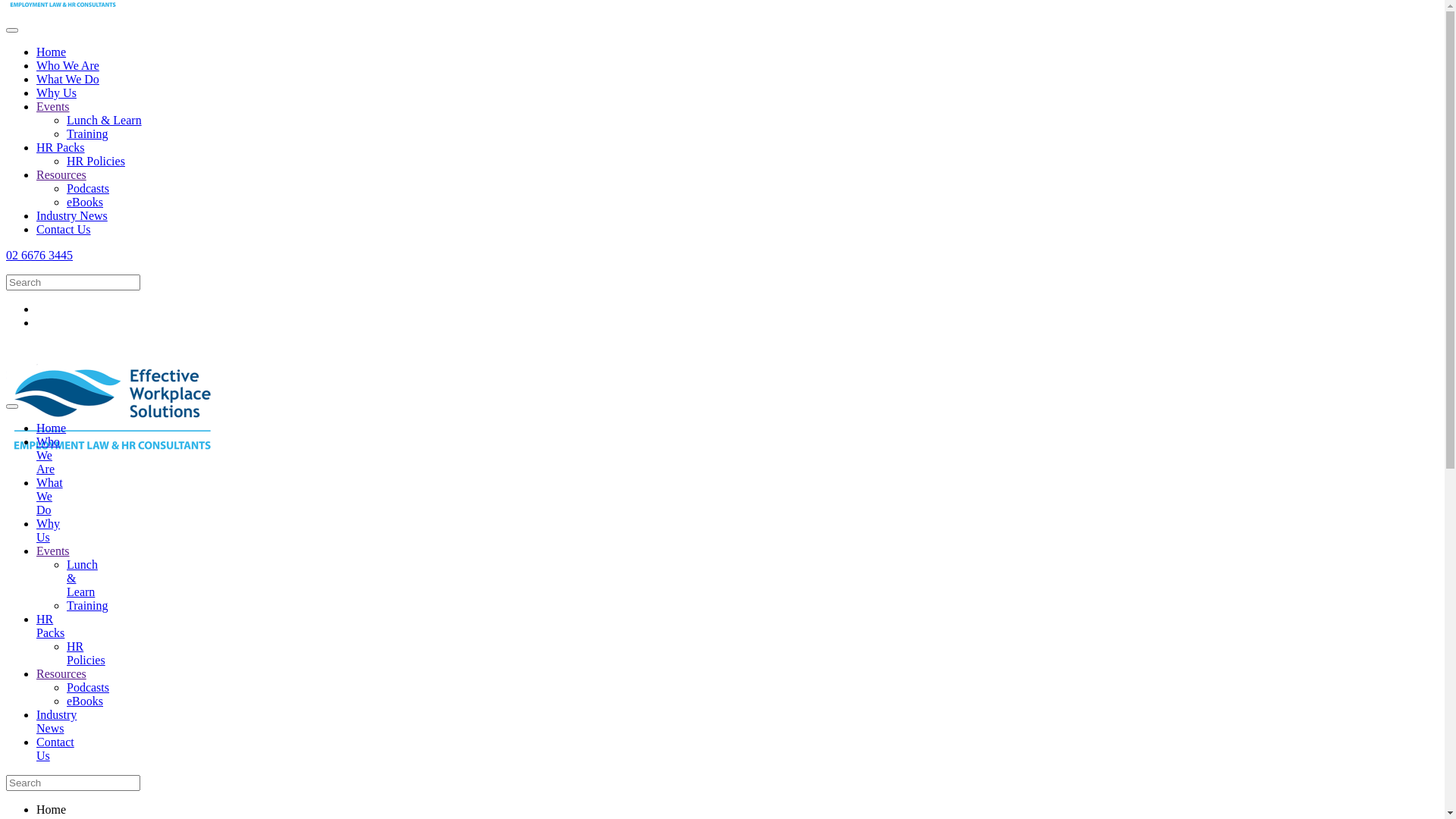  Describe the element at coordinates (65, 161) in the screenshot. I see `'HR Policies'` at that location.